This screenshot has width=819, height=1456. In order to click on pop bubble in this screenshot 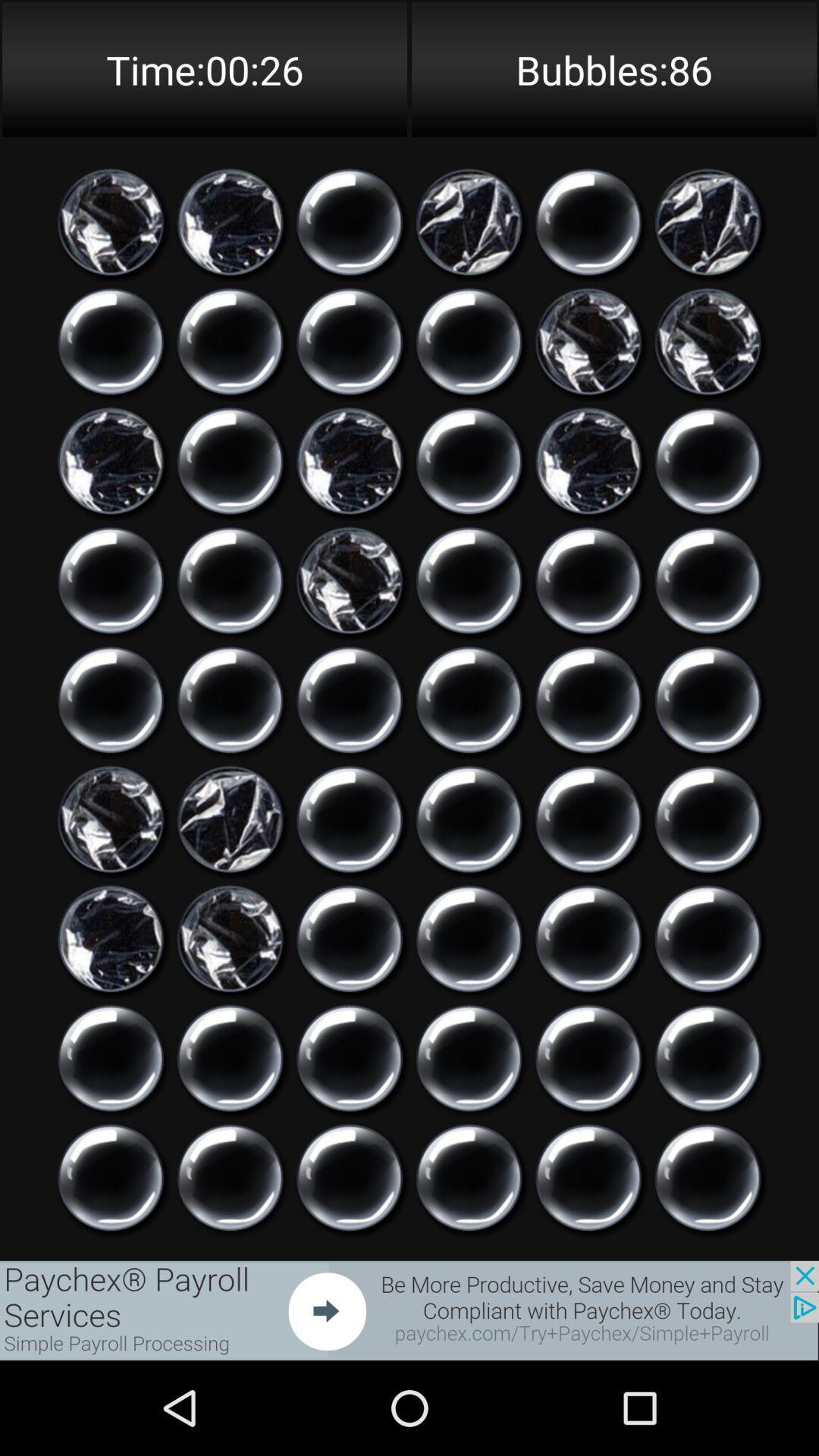, I will do `click(110, 699)`.